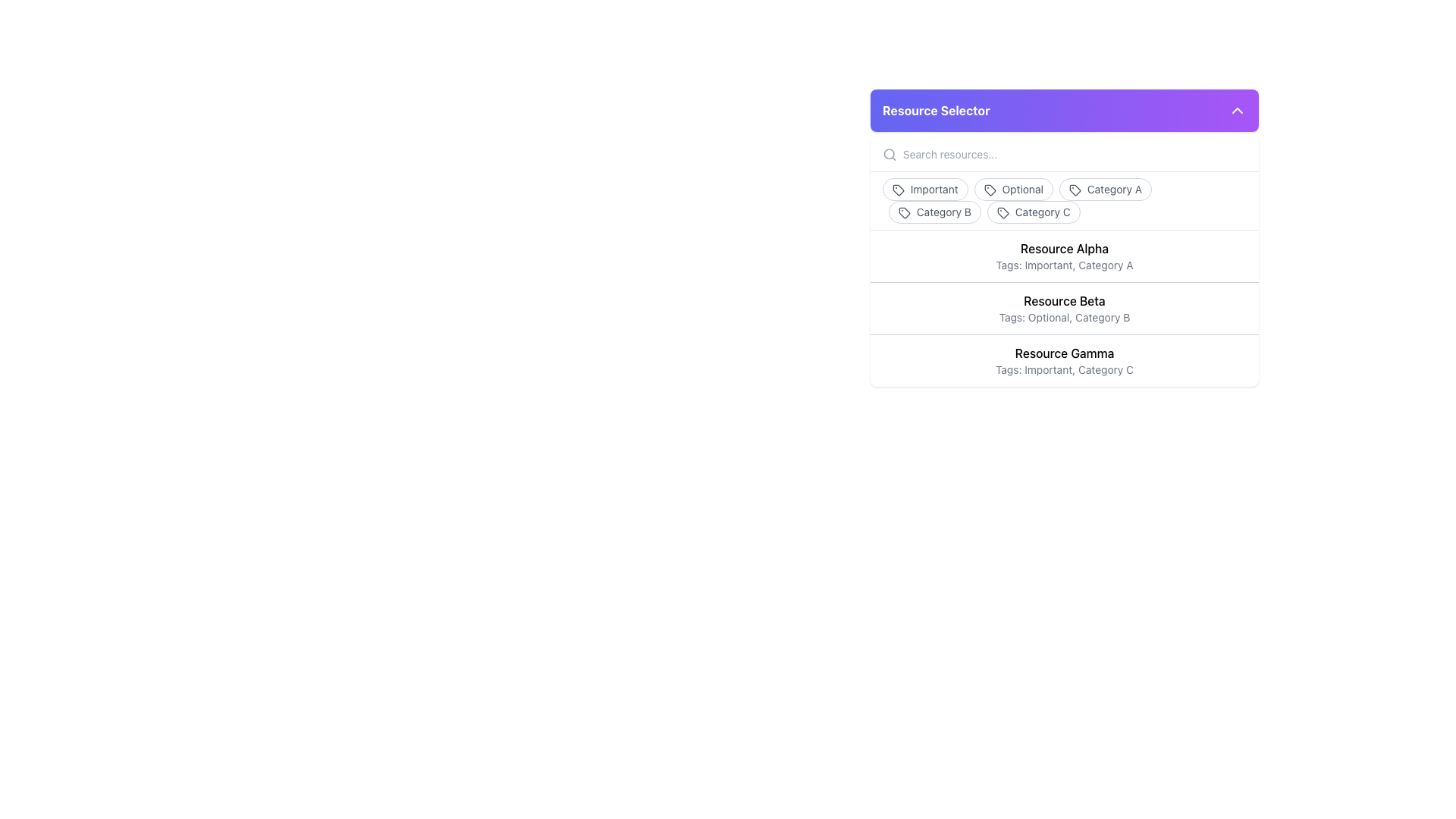  Describe the element at coordinates (934, 212) in the screenshot. I see `the fourth button in the category tags located below the 'Resource Selector' header to trigger visual feedback` at that location.